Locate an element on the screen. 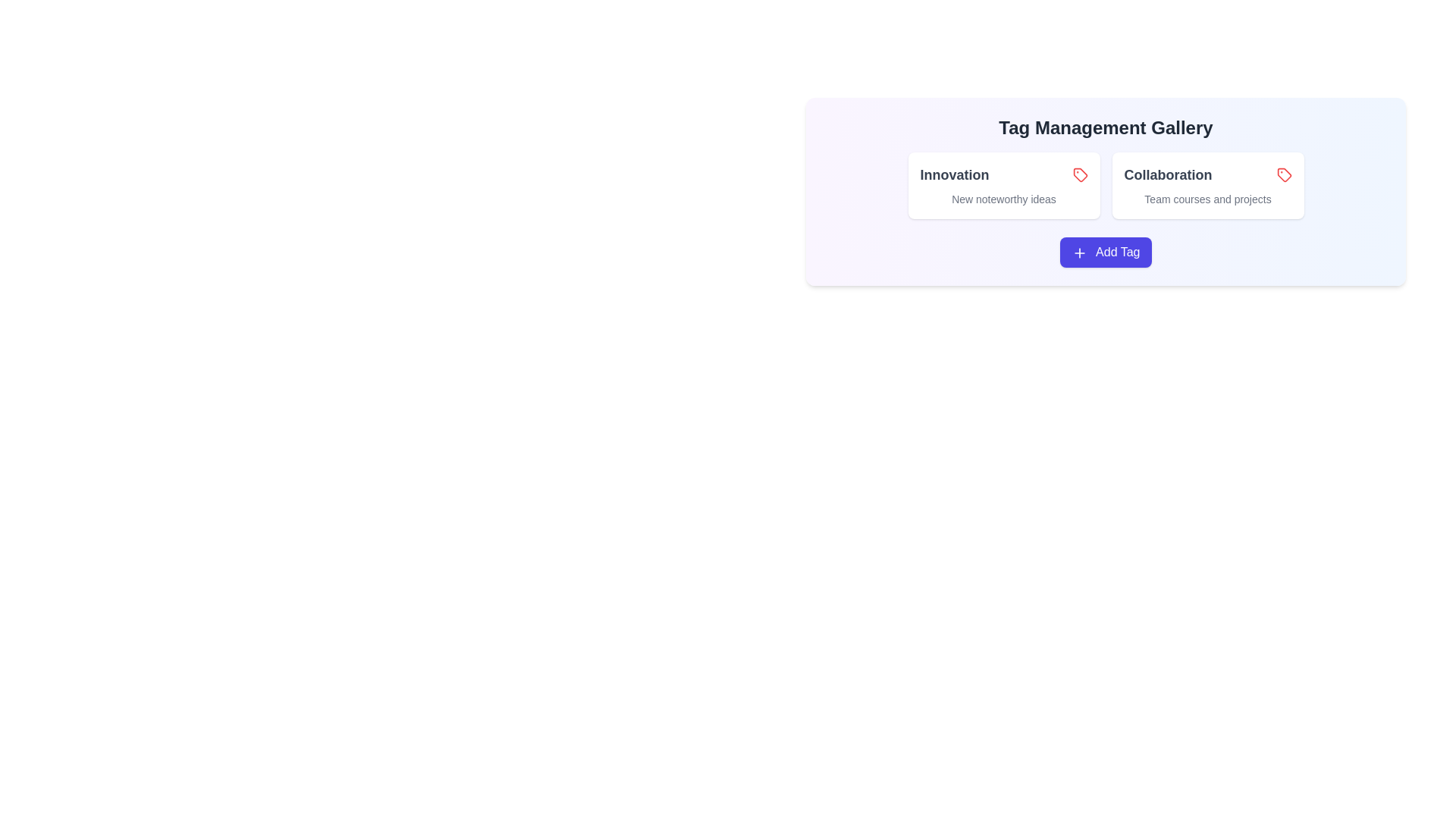 Image resolution: width=1456 pixels, height=819 pixels. the categories labeled 'Innovation' and 'Collaboration' in the 'Tag Management Gallery' dashboard widget to view or manage details is located at coordinates (1106, 249).